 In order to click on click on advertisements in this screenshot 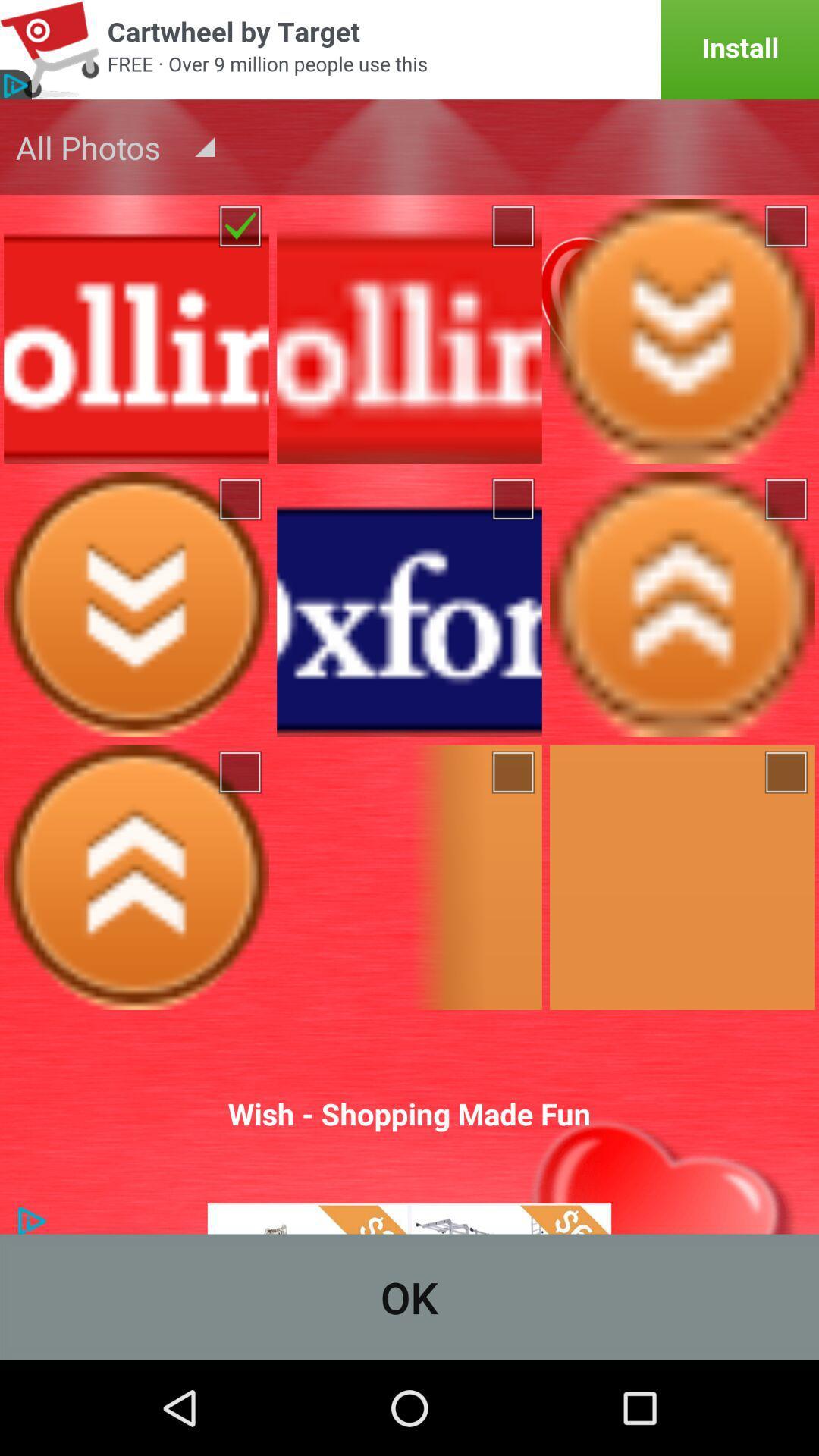, I will do `click(409, 1219)`.